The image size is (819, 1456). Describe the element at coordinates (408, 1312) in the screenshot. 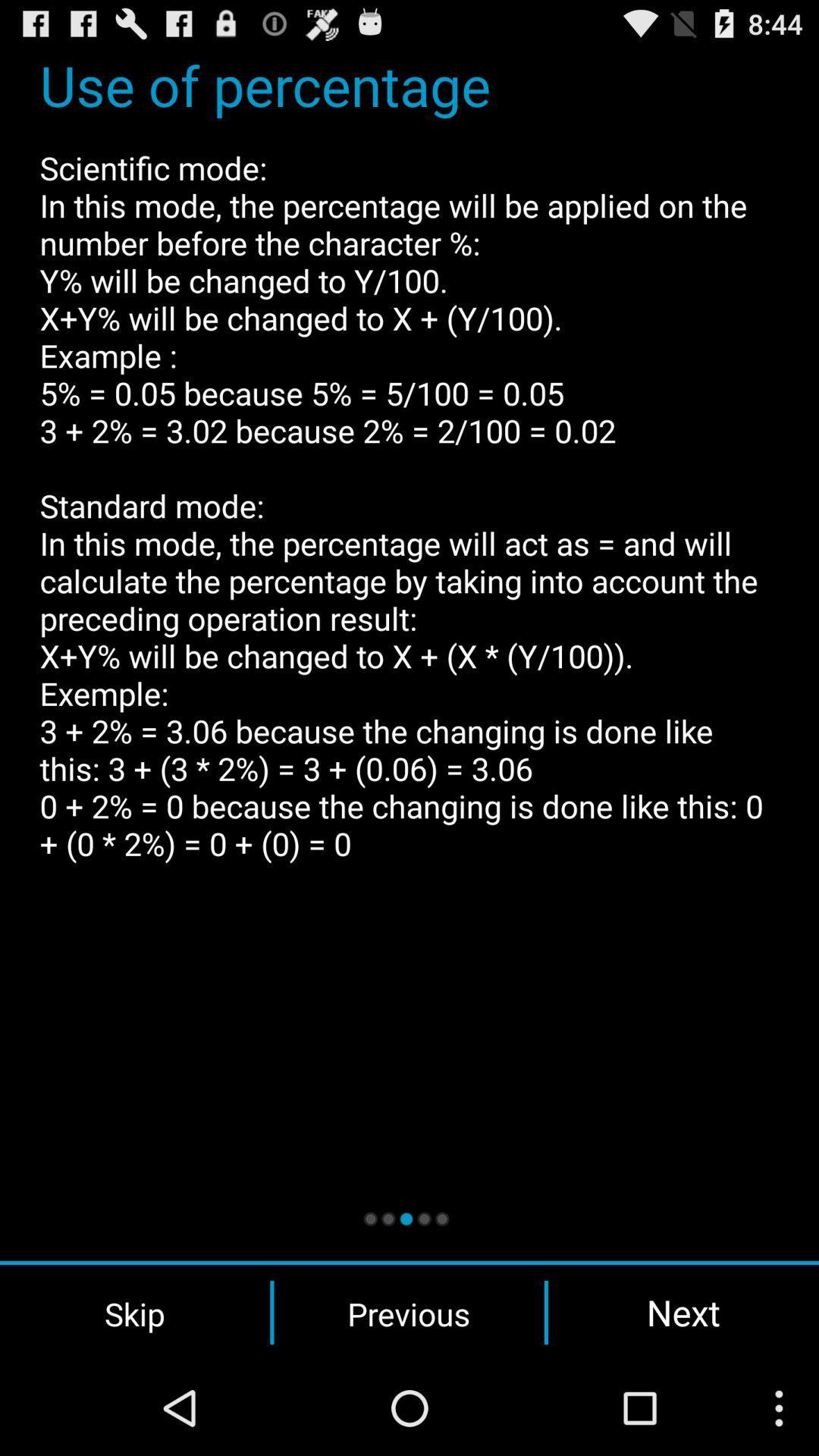

I see `previous button` at that location.